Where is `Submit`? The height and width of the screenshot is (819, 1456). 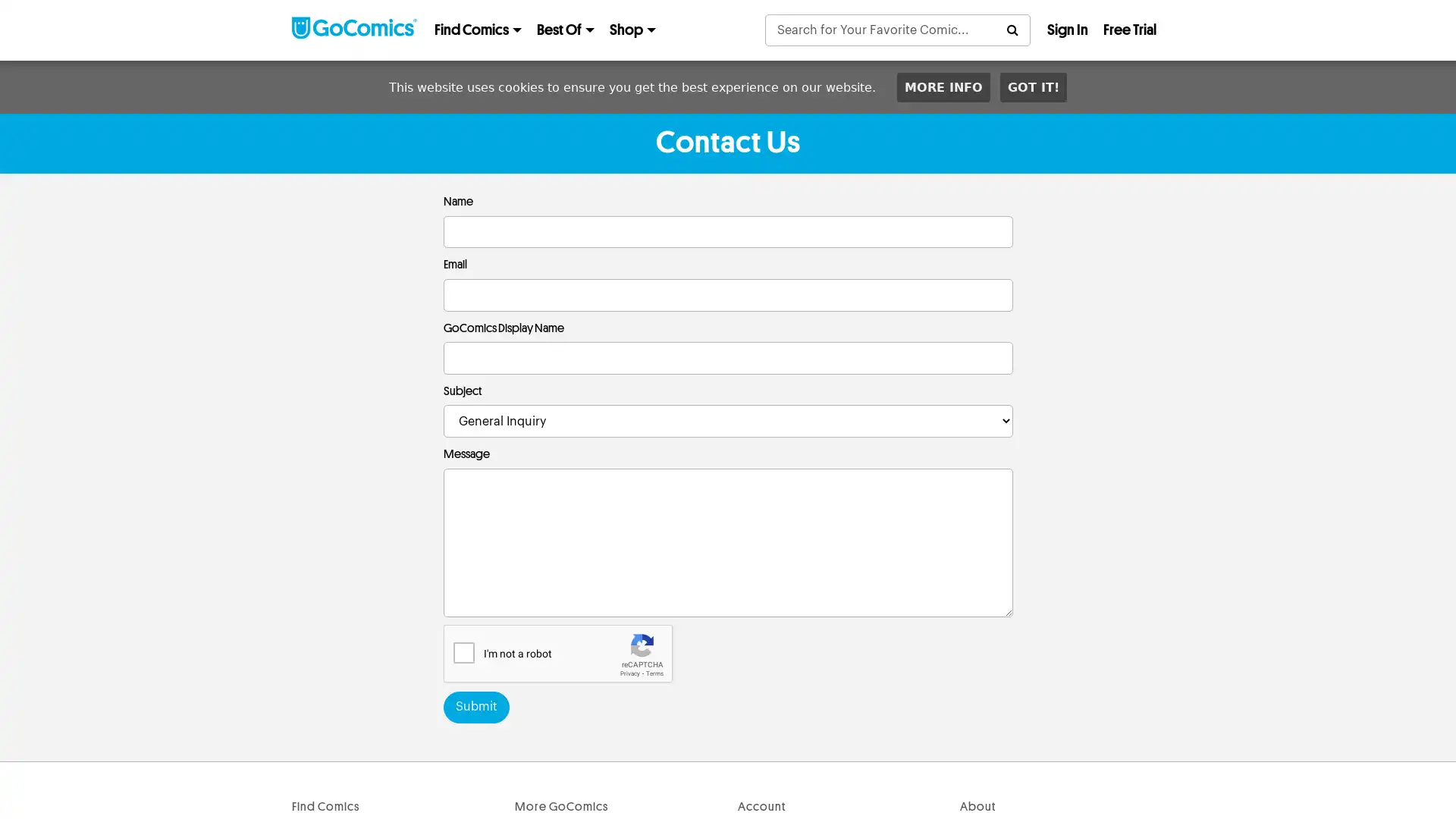 Submit is located at coordinates (475, 707).